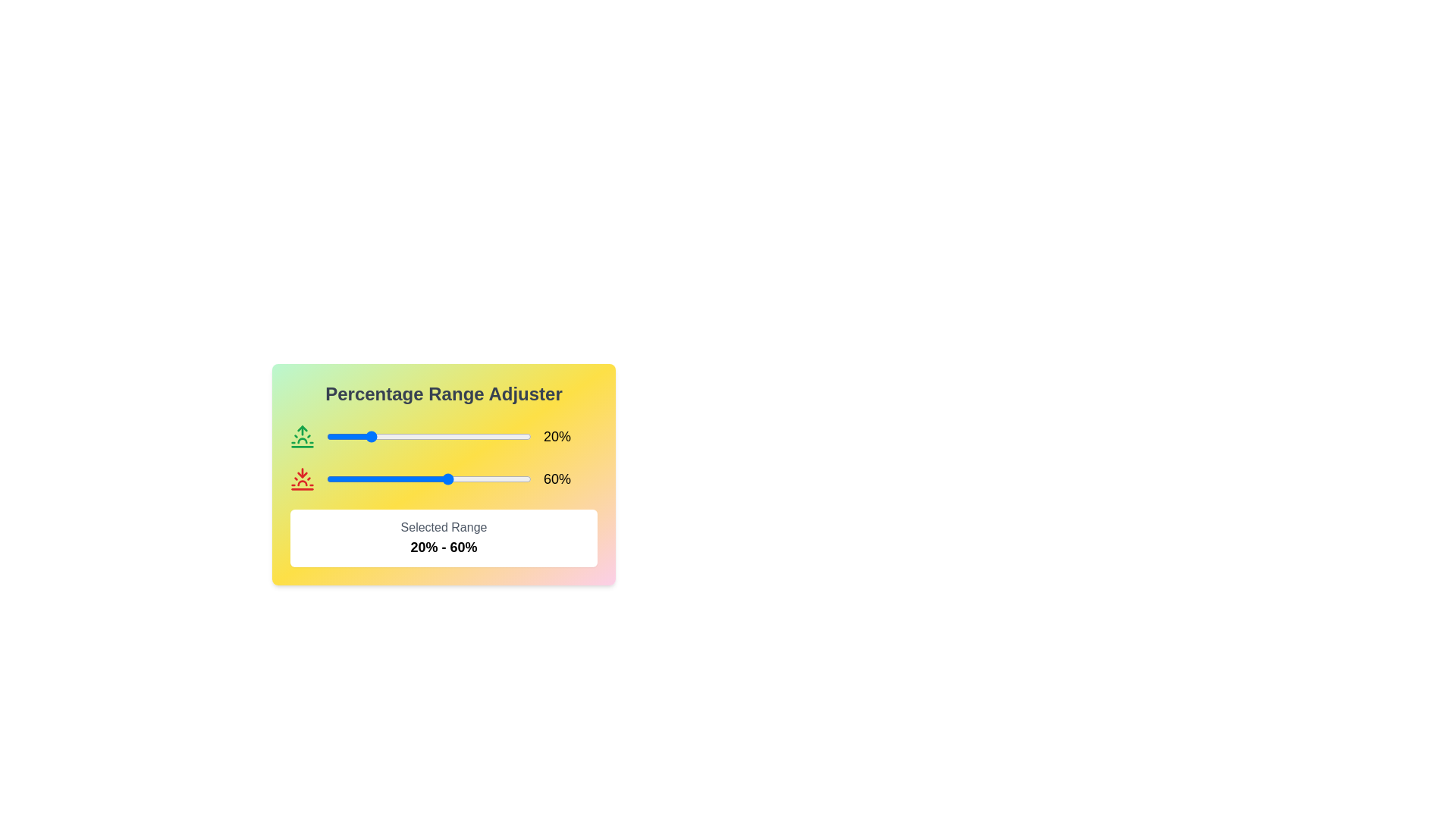 Image resolution: width=1456 pixels, height=819 pixels. I want to click on the slider, so click(529, 436).